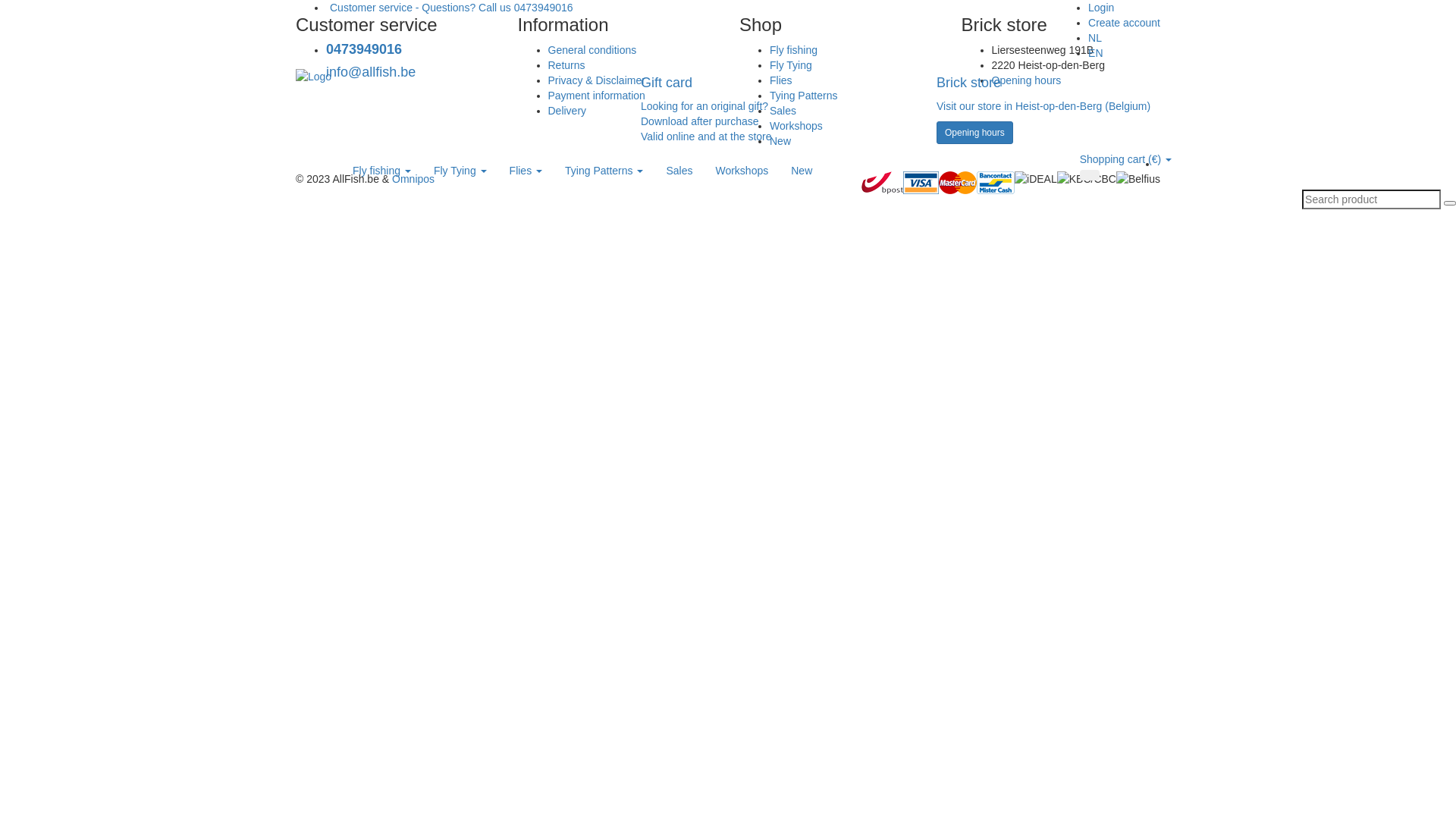  What do you see at coordinates (565, 64) in the screenshot?
I see `'Returns'` at bounding box center [565, 64].